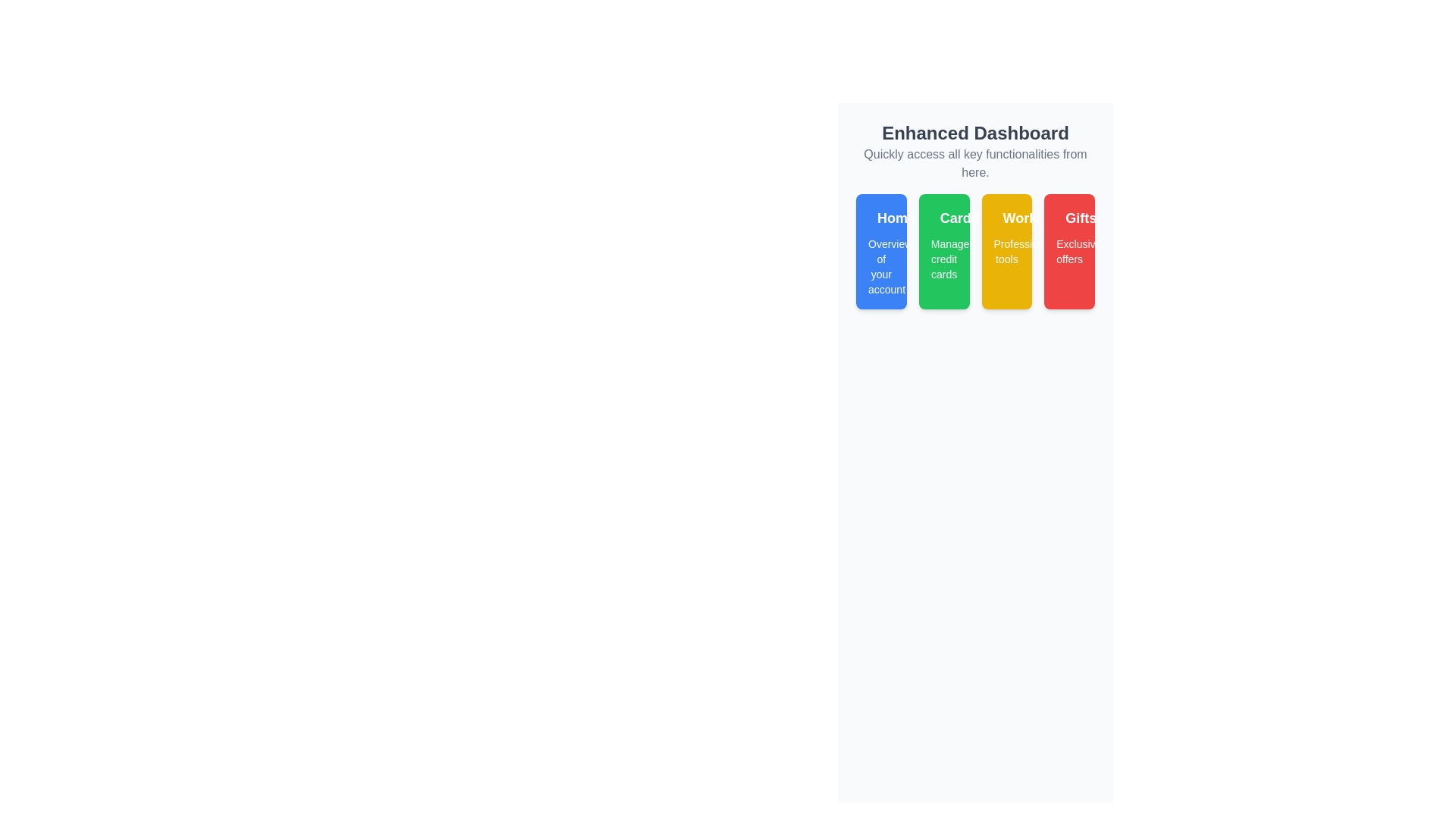 The width and height of the screenshot is (1456, 819). I want to click on text label 'Professional tools' located in the third yellow card from the left, positioned below the 'Work' label, so click(1006, 250).